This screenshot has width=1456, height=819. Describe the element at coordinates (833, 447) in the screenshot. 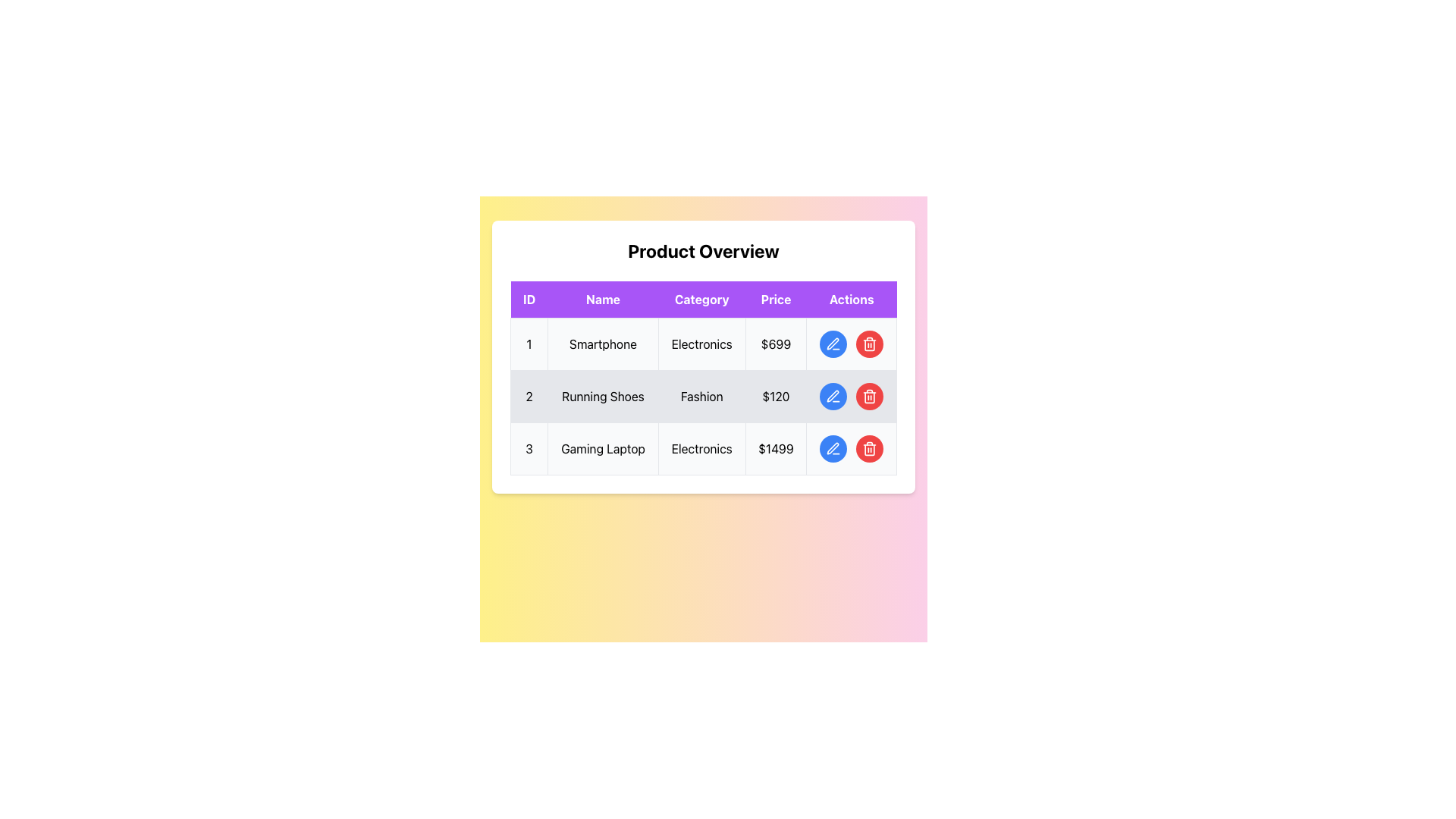

I see `the 'Edit' icon button located in the 'Actions' column of the first row beside the 'Price' column` at that location.